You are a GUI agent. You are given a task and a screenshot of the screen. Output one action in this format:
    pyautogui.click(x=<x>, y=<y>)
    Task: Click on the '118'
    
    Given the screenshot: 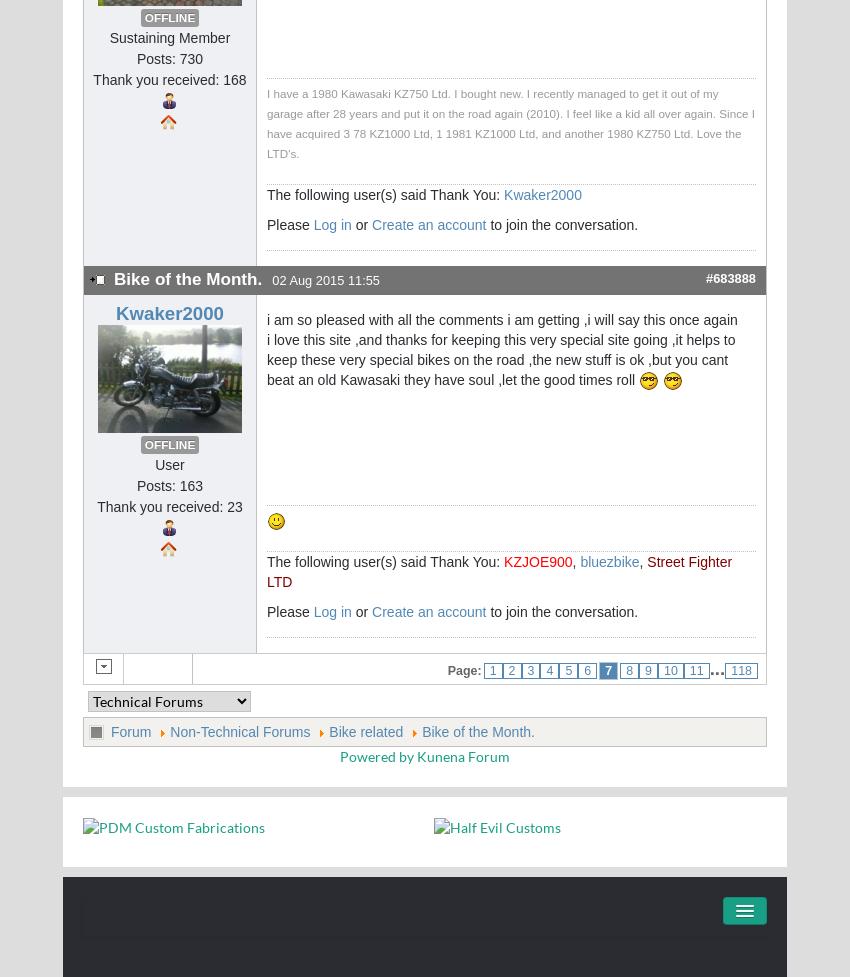 What is the action you would take?
    pyautogui.click(x=741, y=671)
    